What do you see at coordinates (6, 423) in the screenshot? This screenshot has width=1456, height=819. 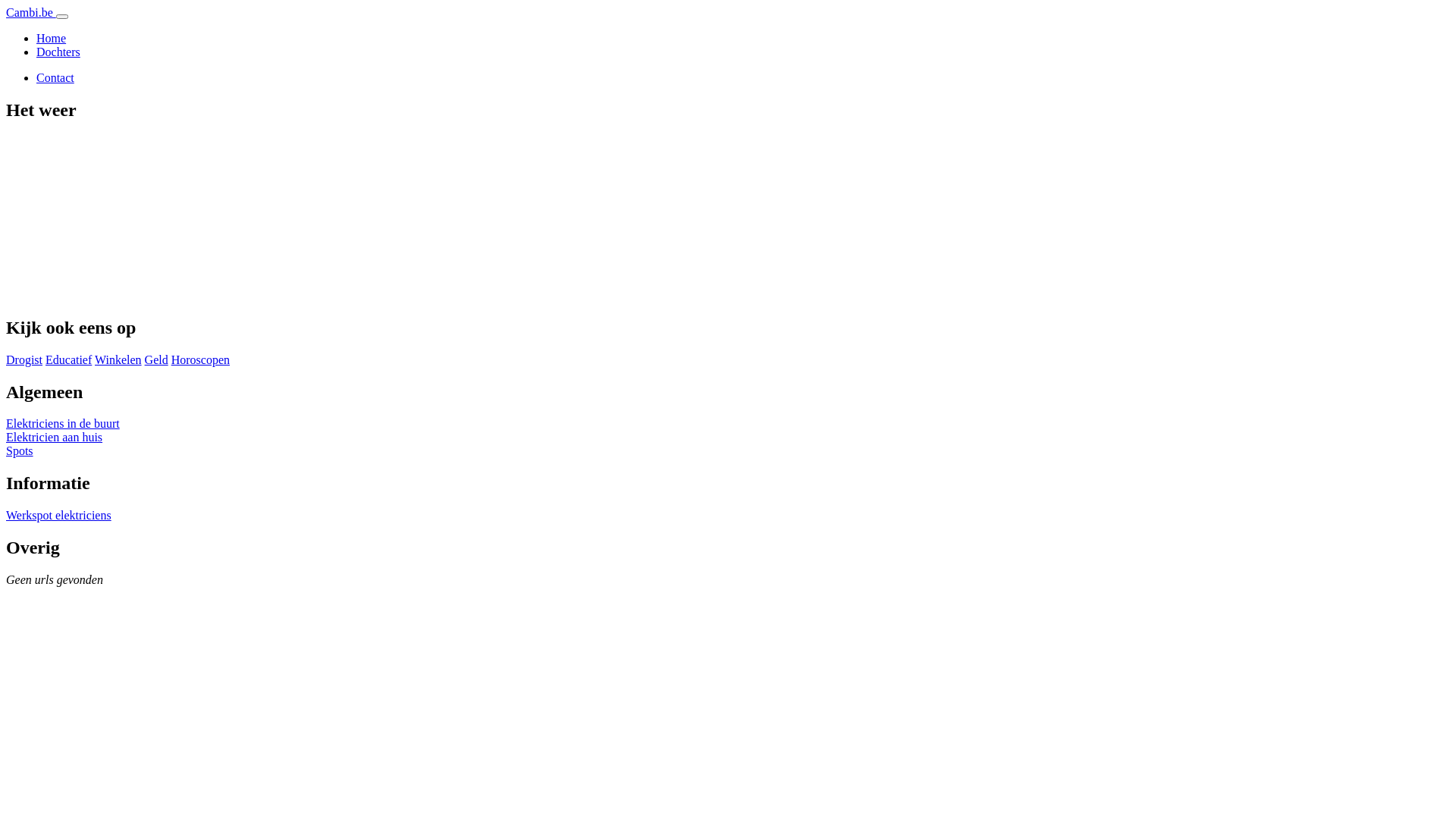 I see `'Elektriciens in de buurt'` at bounding box center [6, 423].